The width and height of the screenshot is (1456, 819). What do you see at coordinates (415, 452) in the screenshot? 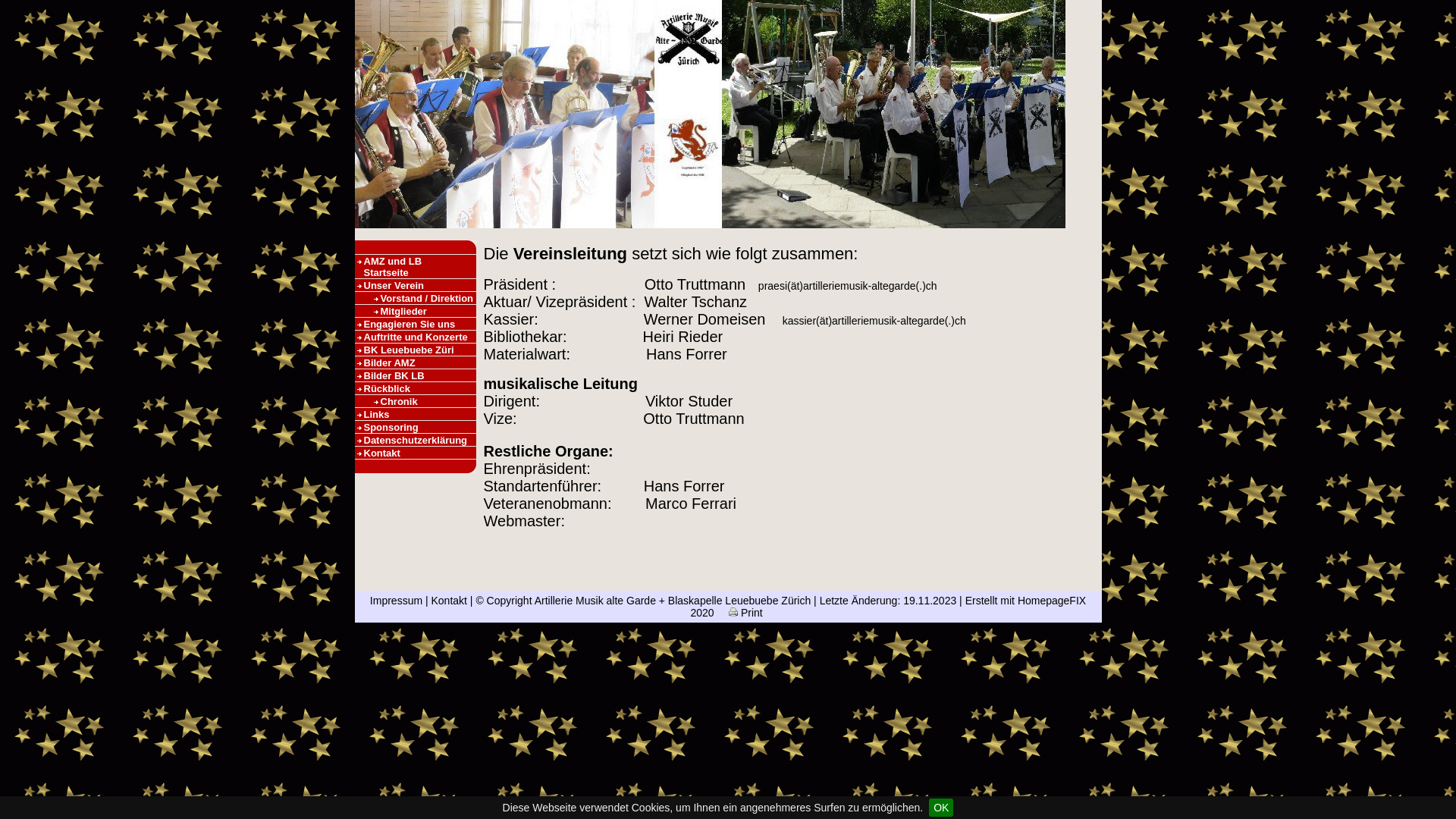
I see `'Kontakt'` at bounding box center [415, 452].